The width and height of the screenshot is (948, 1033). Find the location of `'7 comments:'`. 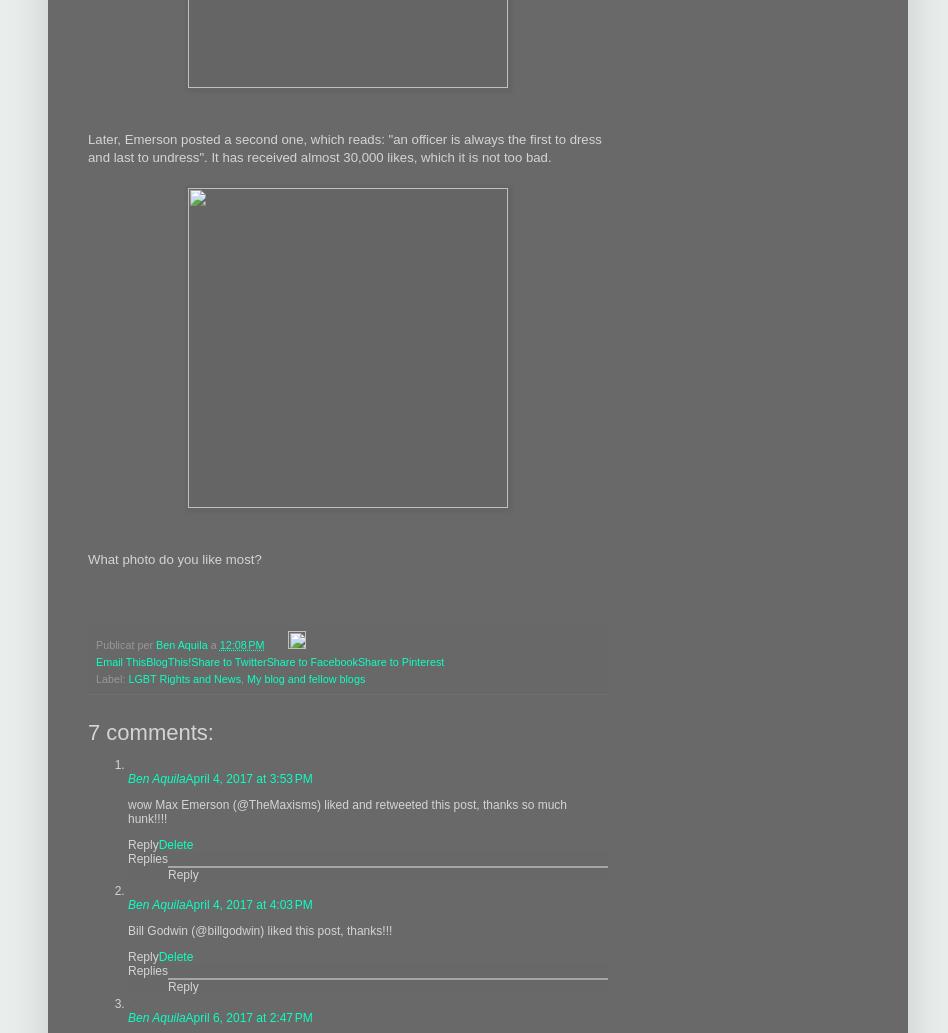

'7 comments:' is located at coordinates (149, 731).